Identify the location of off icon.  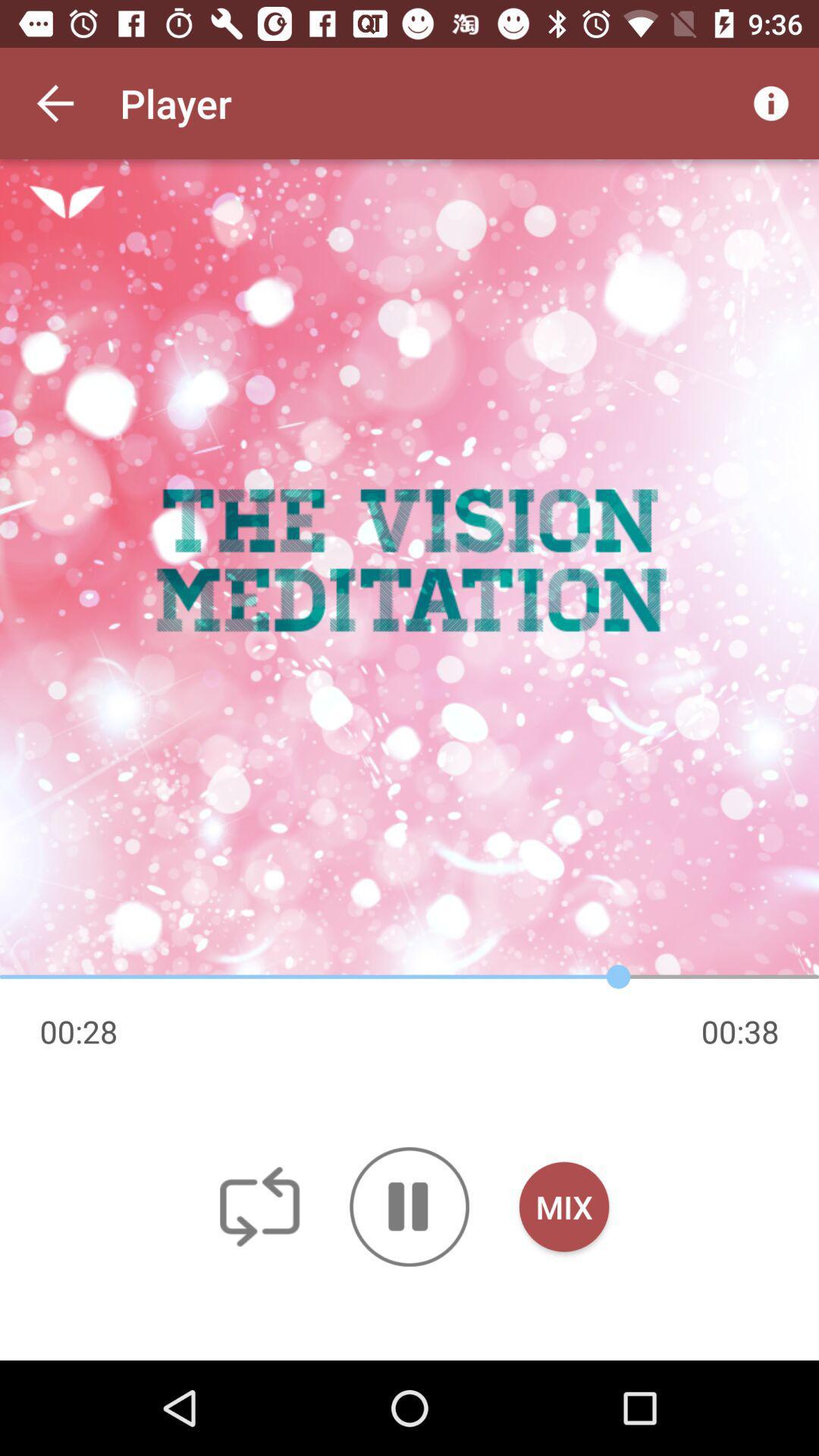
(259, 1206).